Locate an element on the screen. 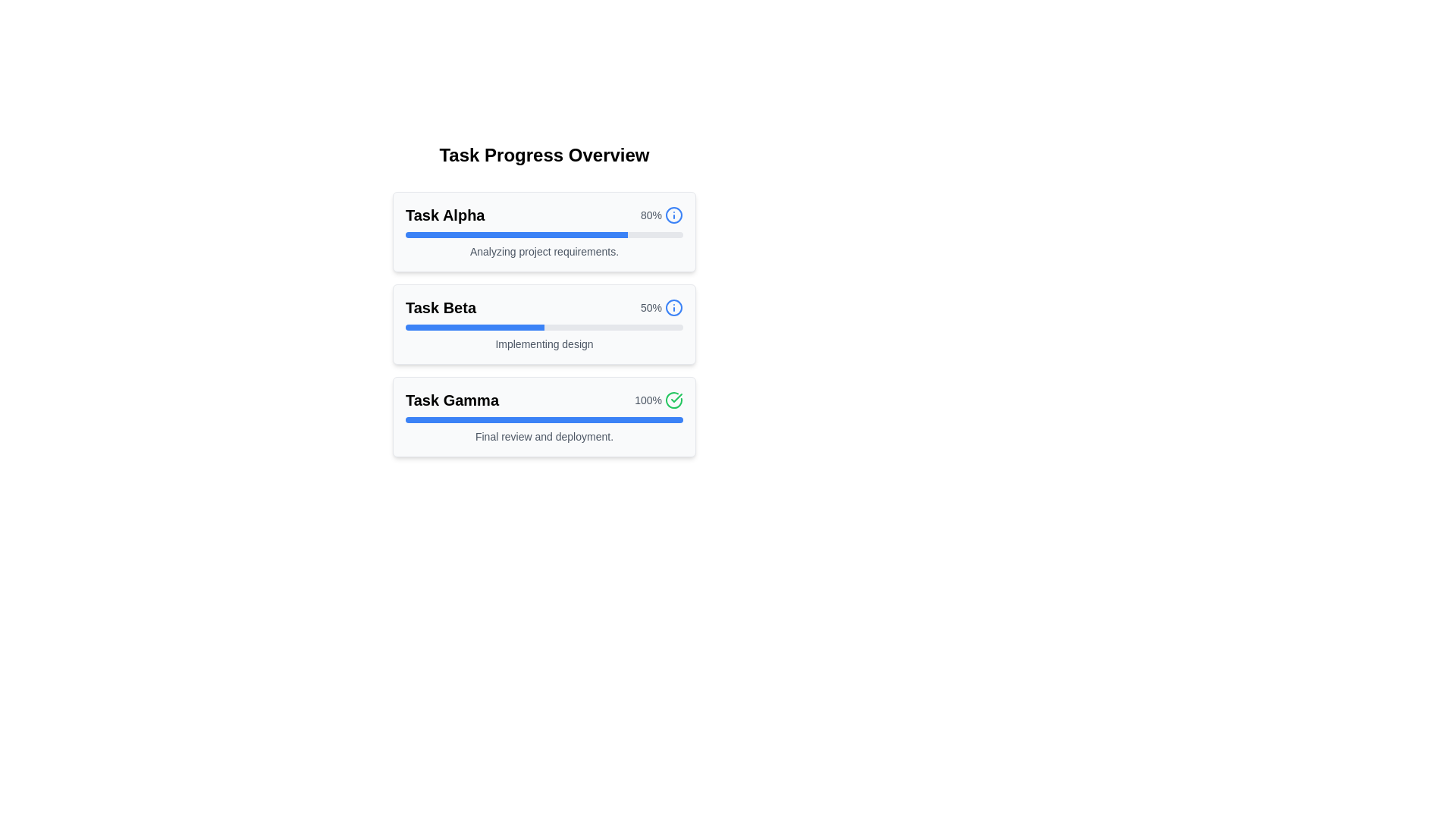 Image resolution: width=1456 pixels, height=819 pixels. the progress bar element located within the 'Task Alpha' card, which has a grey background and a blue filled portion indicating progress is located at coordinates (544, 234).